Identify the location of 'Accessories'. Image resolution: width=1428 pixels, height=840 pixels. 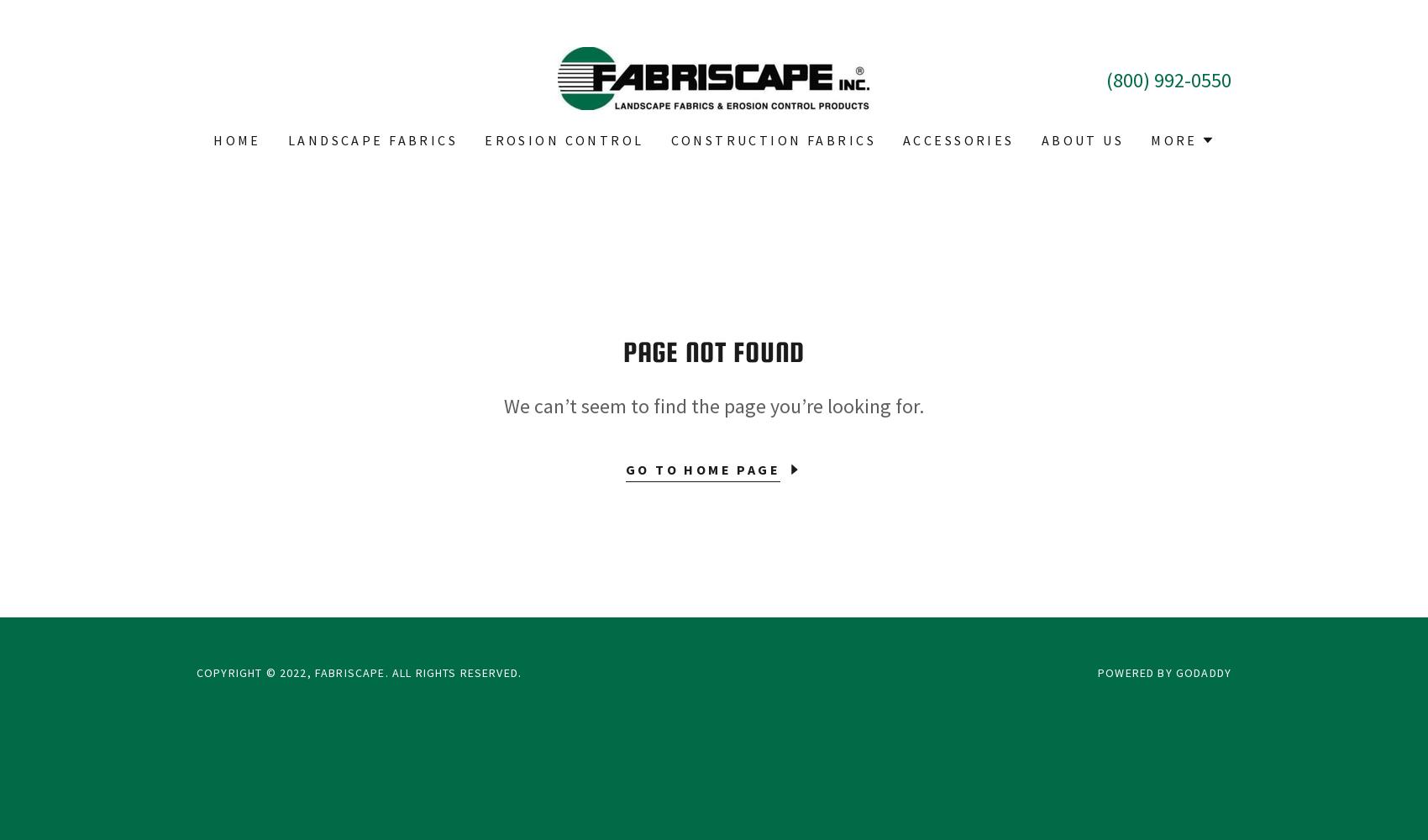
(958, 140).